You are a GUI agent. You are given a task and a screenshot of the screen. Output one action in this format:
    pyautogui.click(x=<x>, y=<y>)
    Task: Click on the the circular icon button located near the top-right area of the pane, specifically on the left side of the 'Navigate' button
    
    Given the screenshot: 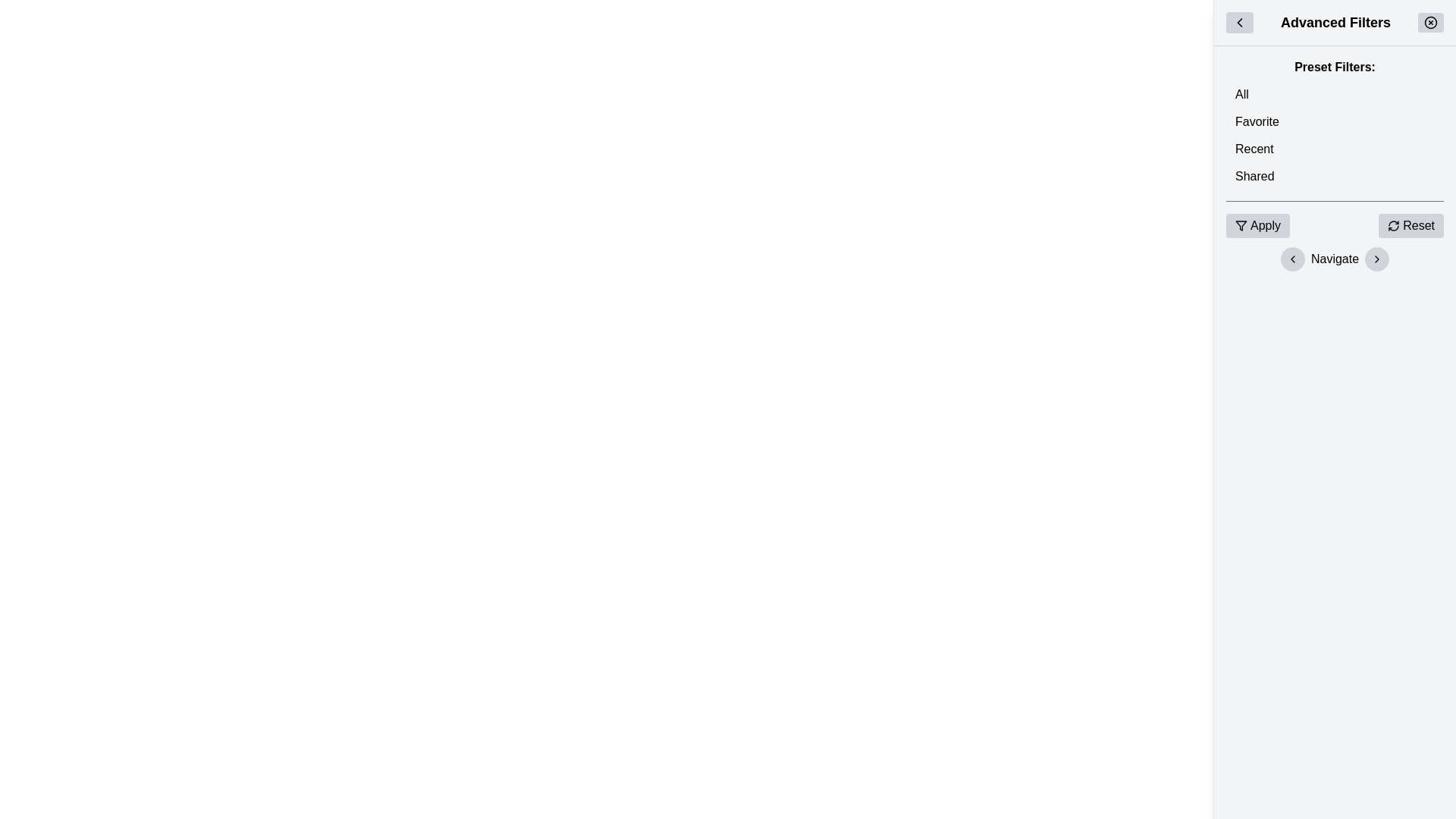 What is the action you would take?
    pyautogui.click(x=1291, y=259)
    